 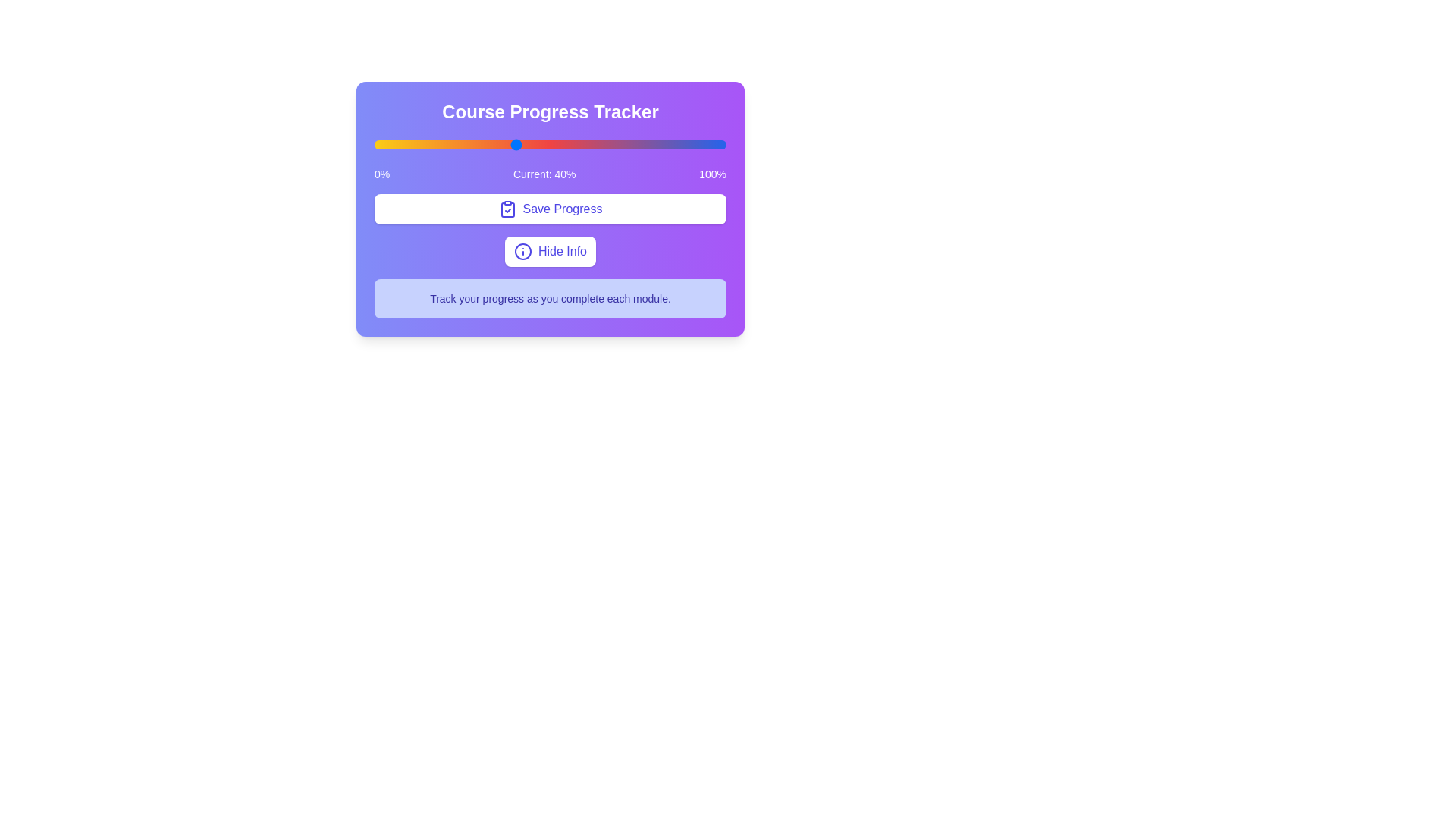 I want to click on progress percentage, so click(x=687, y=145).